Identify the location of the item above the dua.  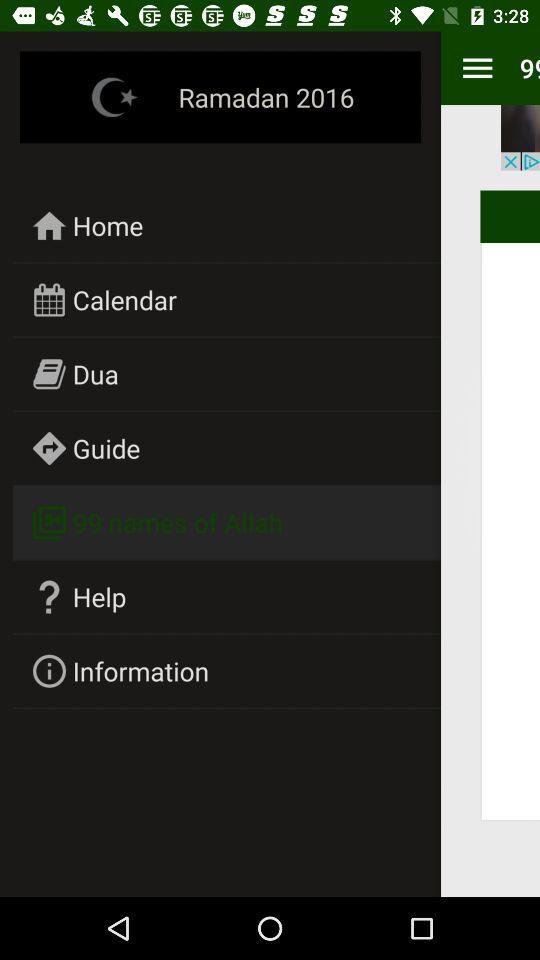
(124, 298).